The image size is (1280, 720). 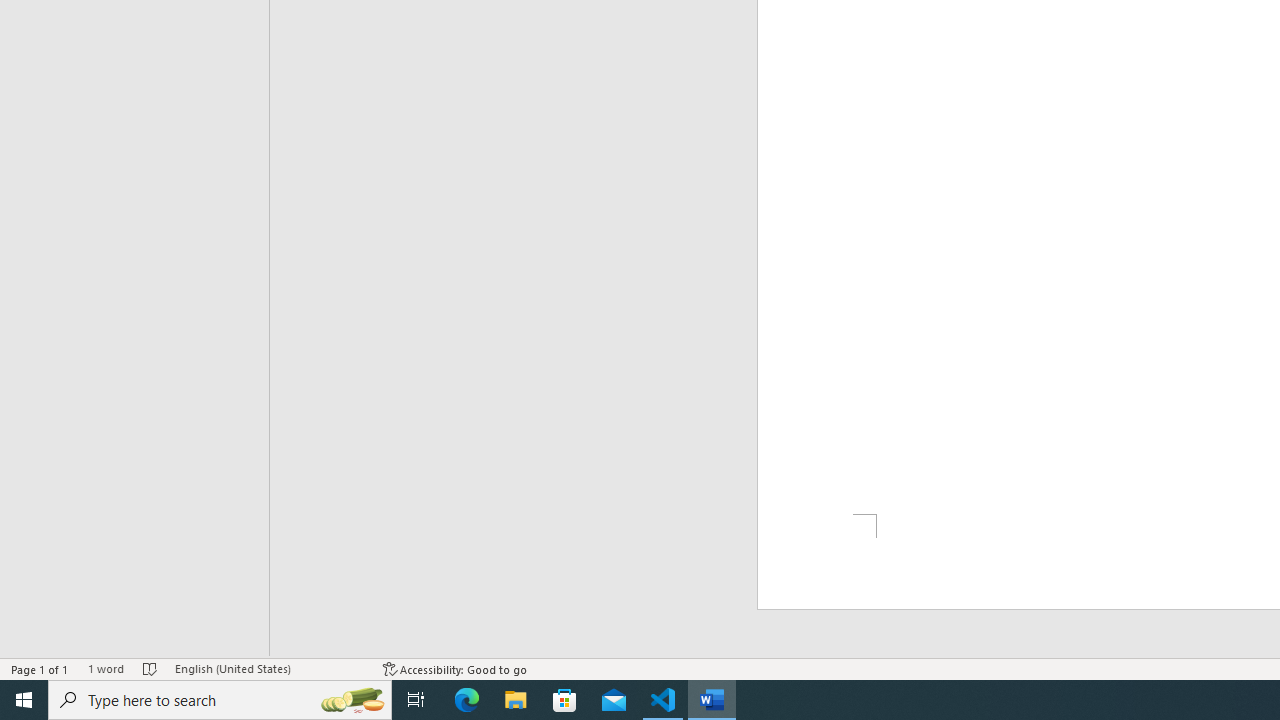 What do you see at coordinates (149, 669) in the screenshot?
I see `'Spelling and Grammar Check No Errors'` at bounding box center [149, 669].